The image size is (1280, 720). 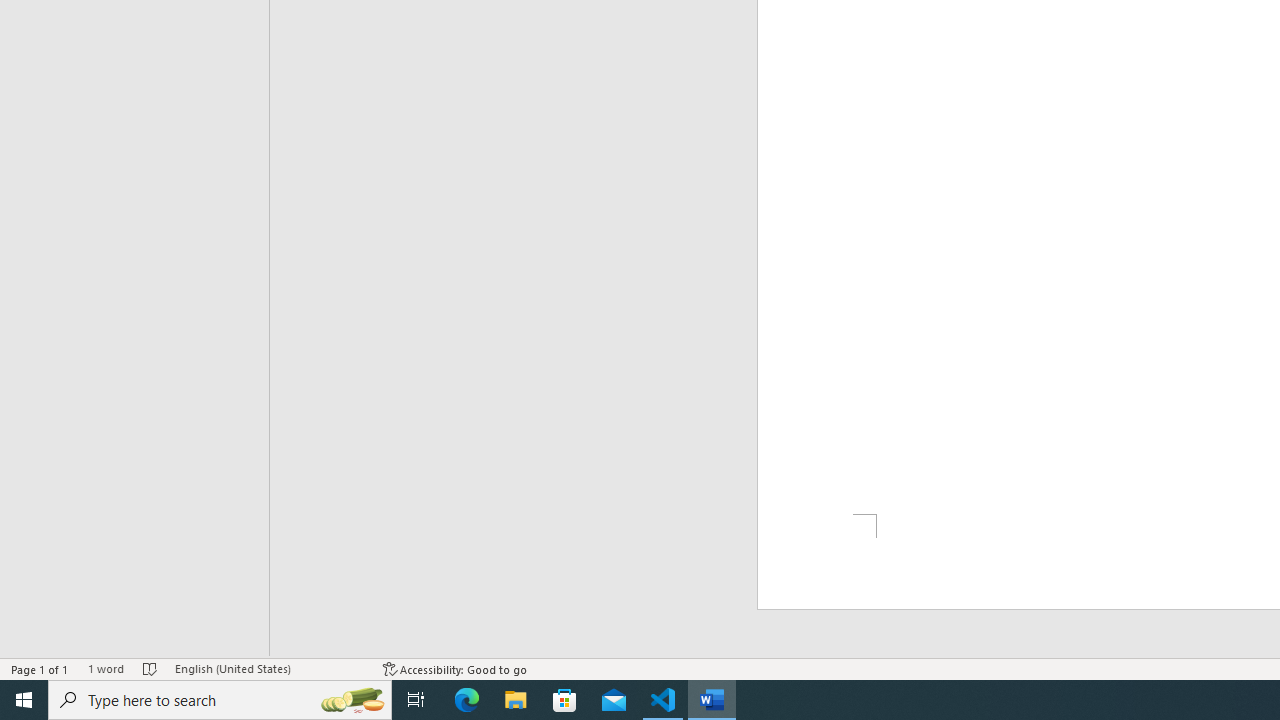 What do you see at coordinates (149, 669) in the screenshot?
I see `'Spelling and Grammar Check No Errors'` at bounding box center [149, 669].